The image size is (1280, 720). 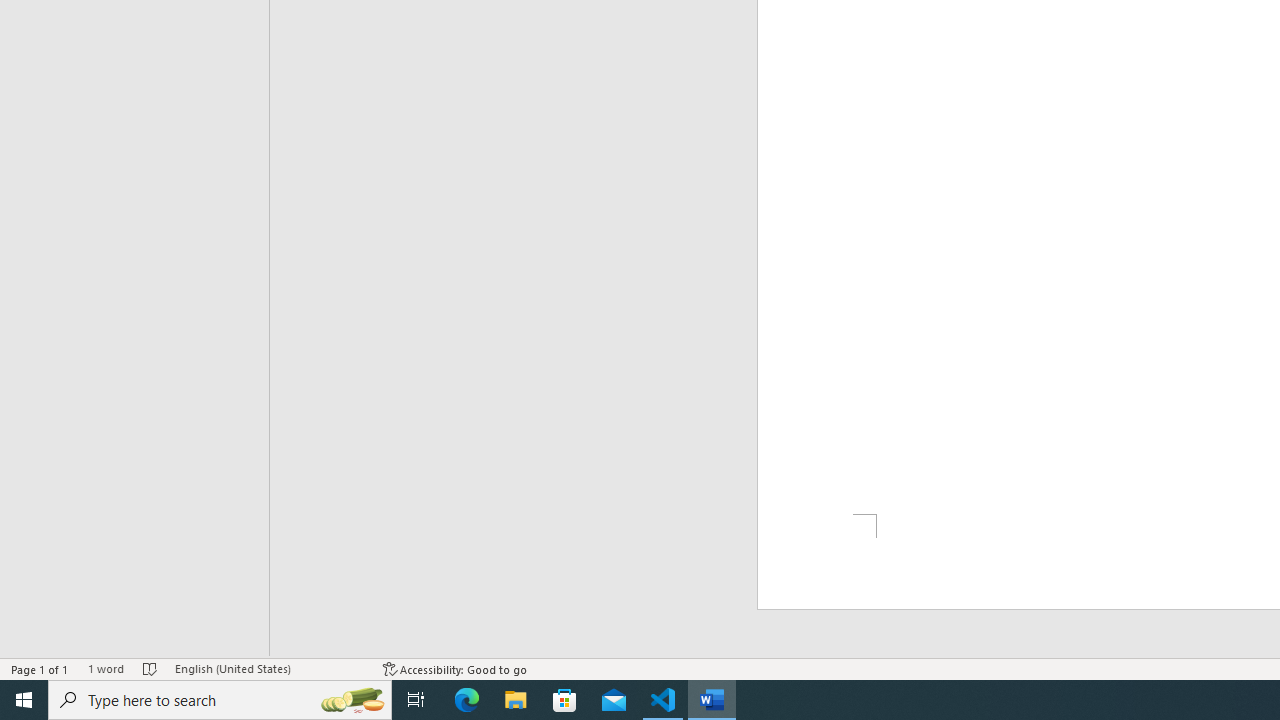 What do you see at coordinates (149, 669) in the screenshot?
I see `'Spelling and Grammar Check No Errors'` at bounding box center [149, 669].